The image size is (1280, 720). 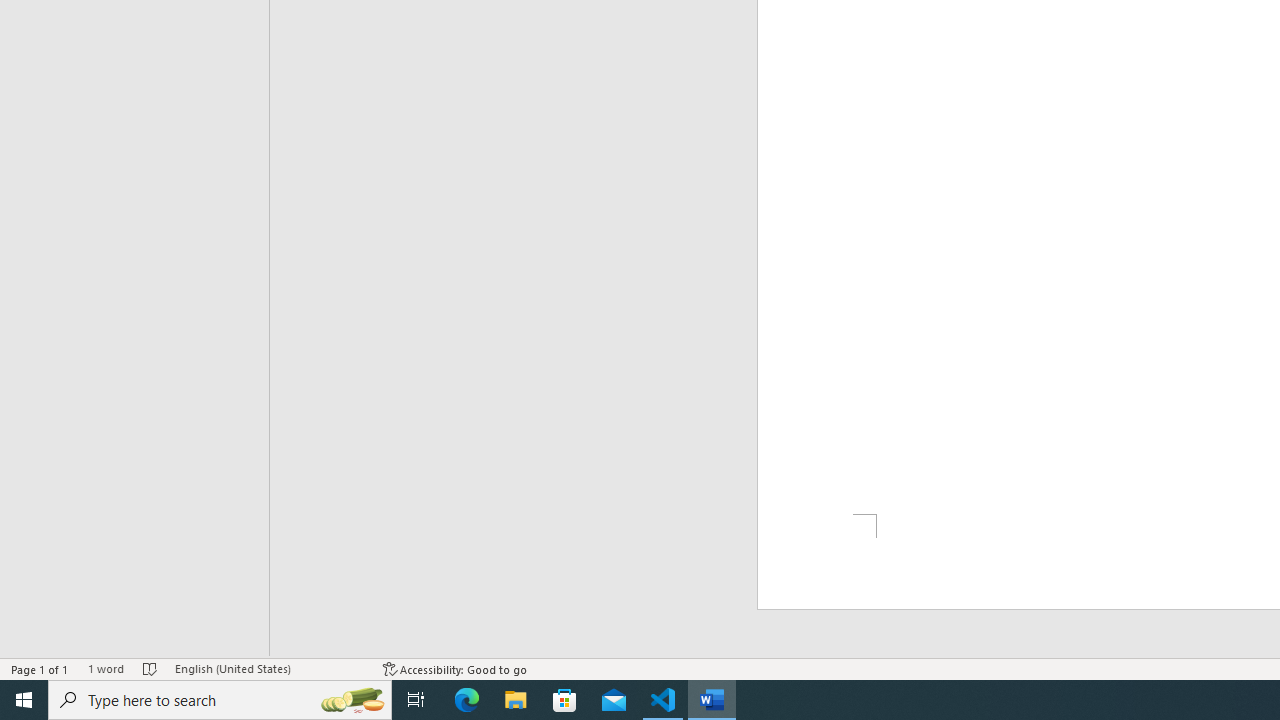 What do you see at coordinates (149, 669) in the screenshot?
I see `'Spelling and Grammar Check No Errors'` at bounding box center [149, 669].